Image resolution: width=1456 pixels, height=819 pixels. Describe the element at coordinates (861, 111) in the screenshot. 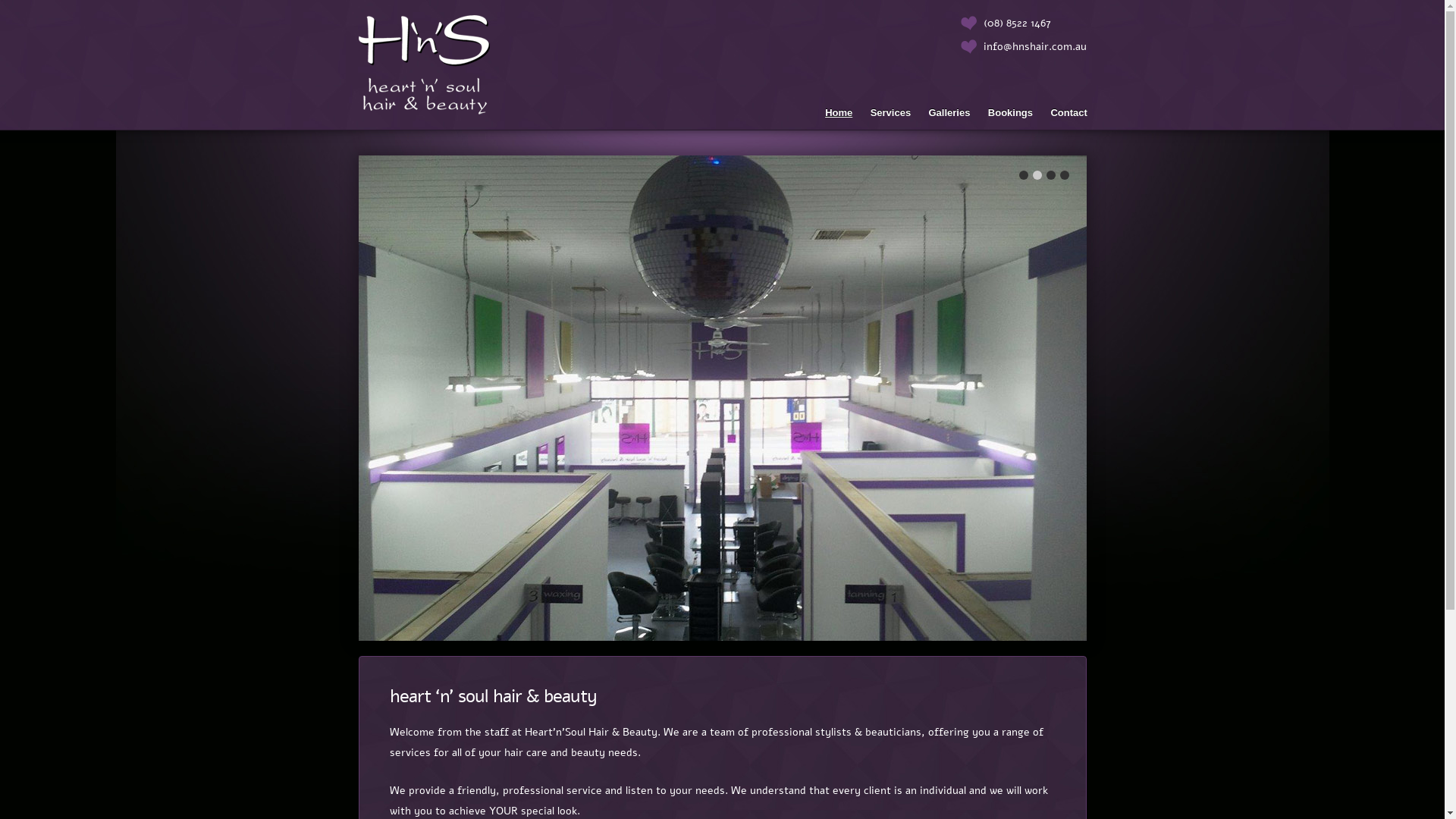

I see `'Services'` at that location.